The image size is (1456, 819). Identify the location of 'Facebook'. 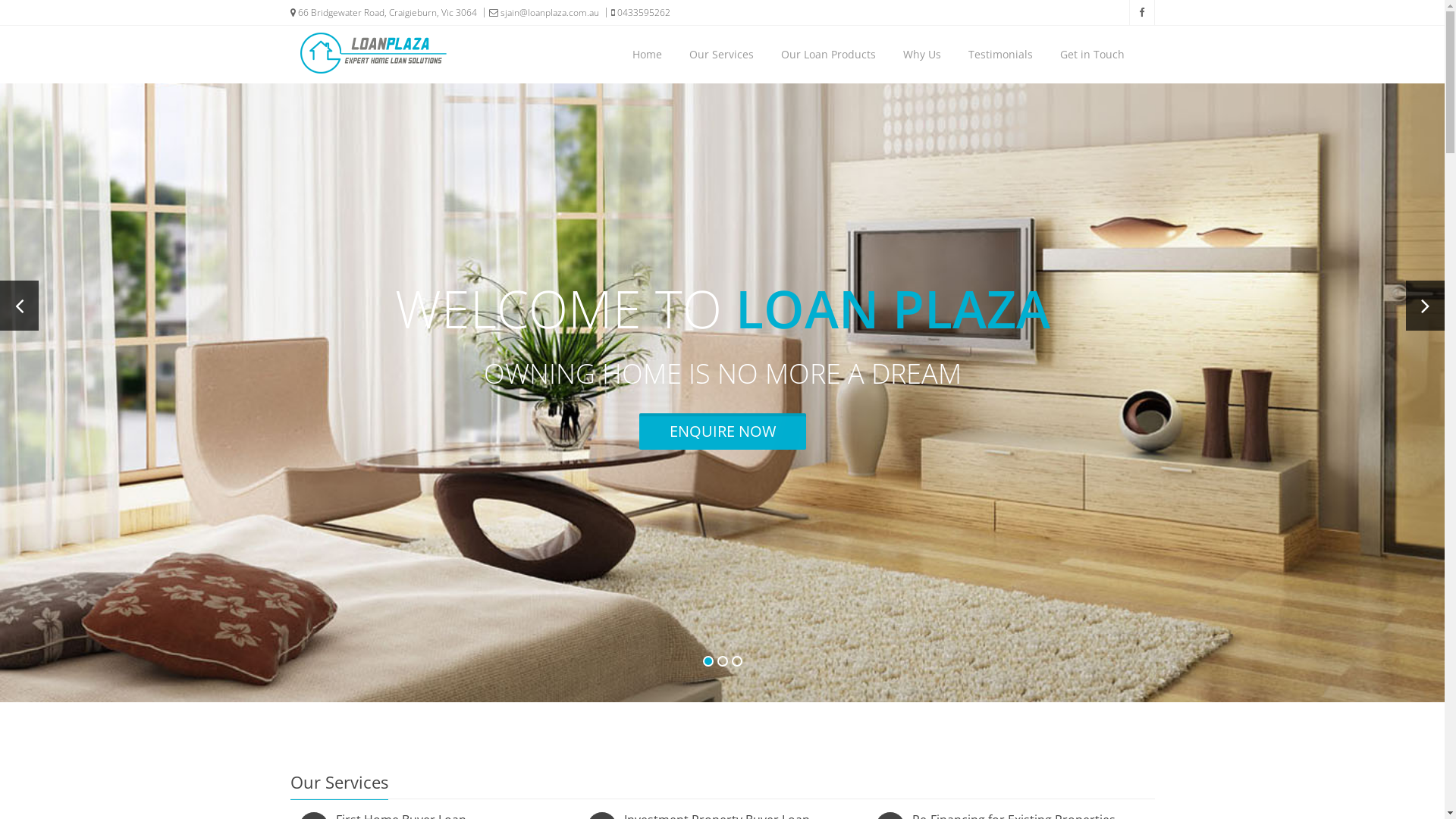
(1141, 12).